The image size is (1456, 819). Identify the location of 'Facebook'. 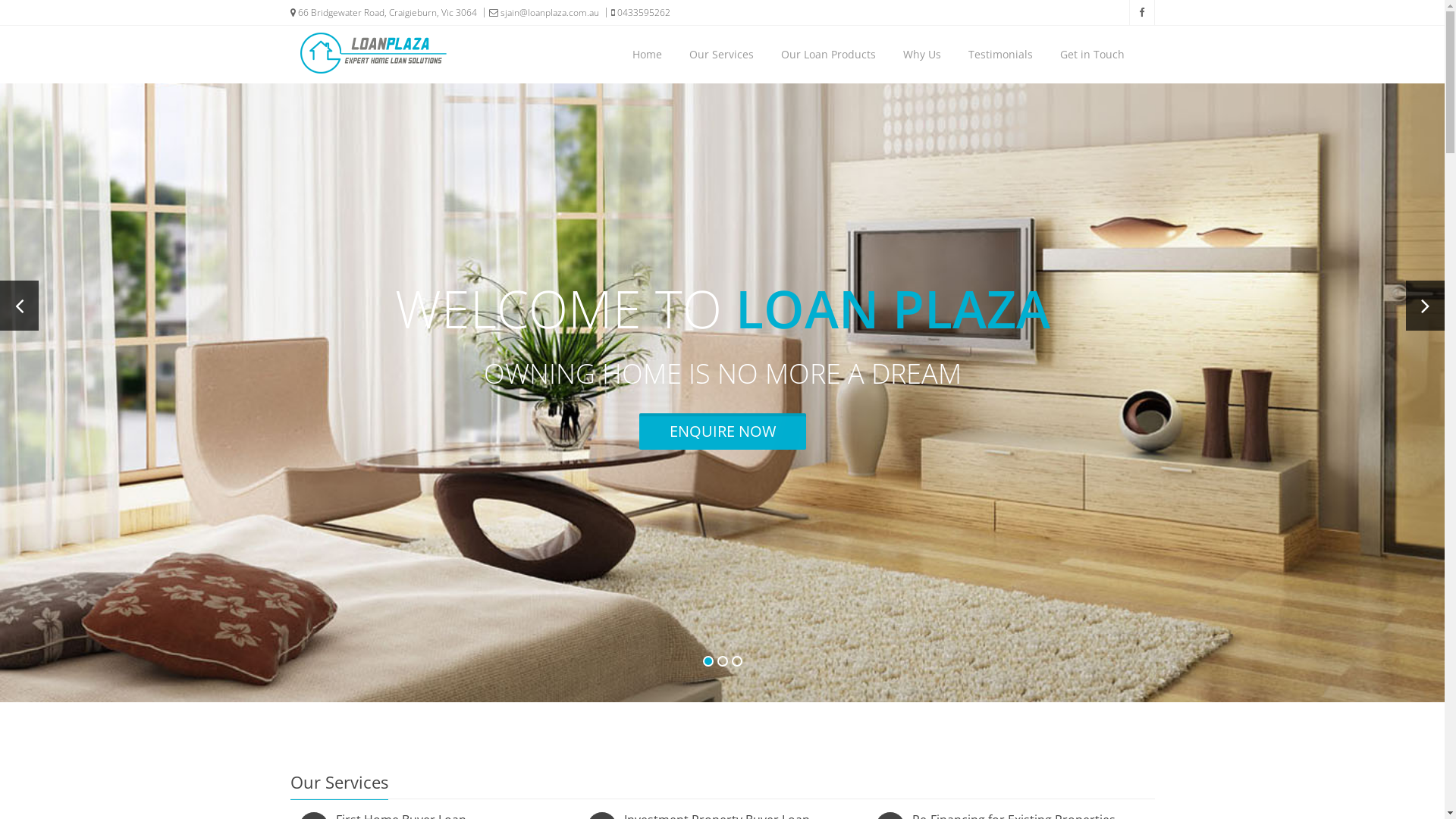
(1141, 12).